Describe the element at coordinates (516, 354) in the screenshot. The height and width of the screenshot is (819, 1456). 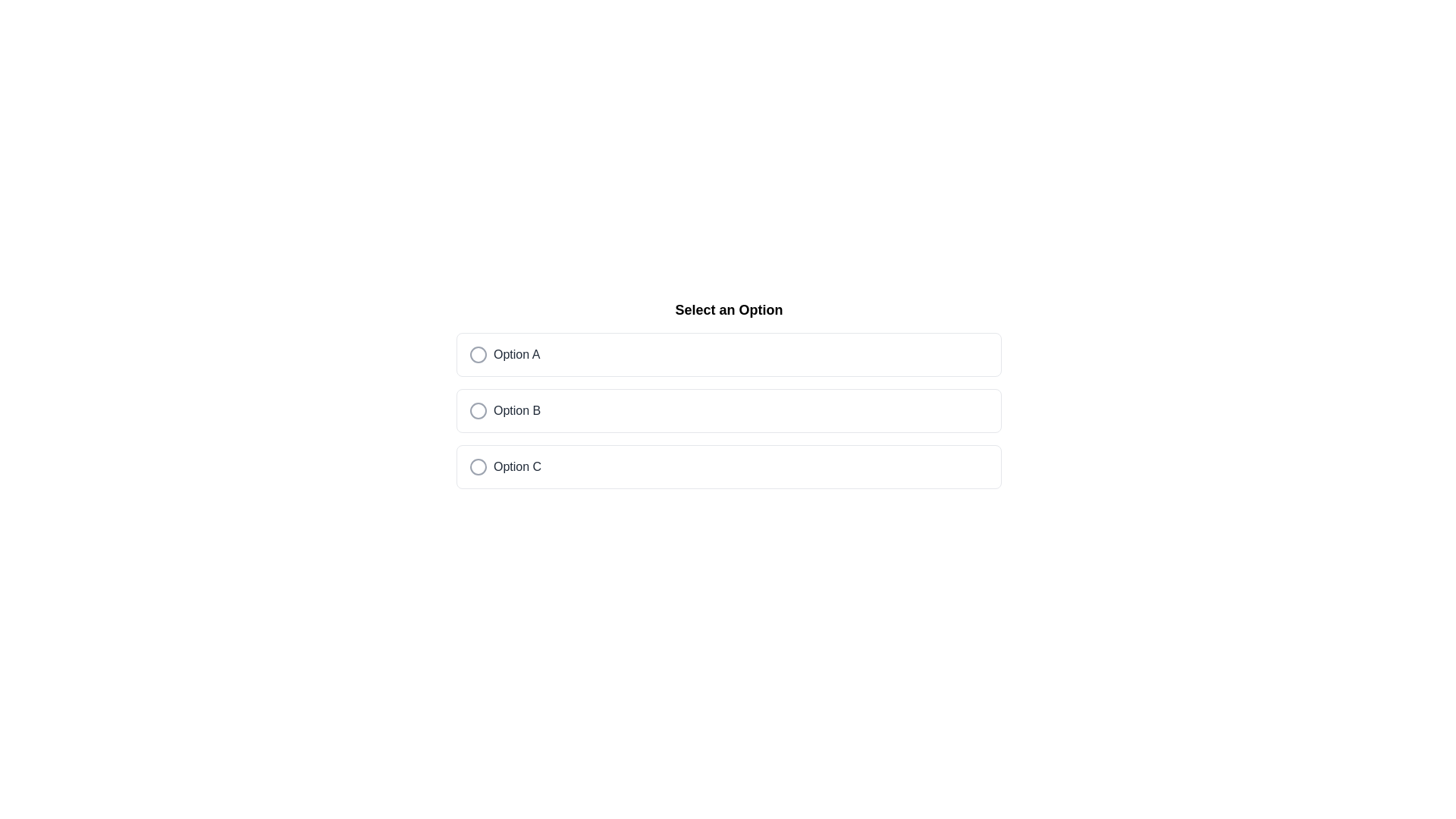
I see `the static text label that describes 'Option A', which is positioned as the first label in a grouped list of radio buttons` at that location.